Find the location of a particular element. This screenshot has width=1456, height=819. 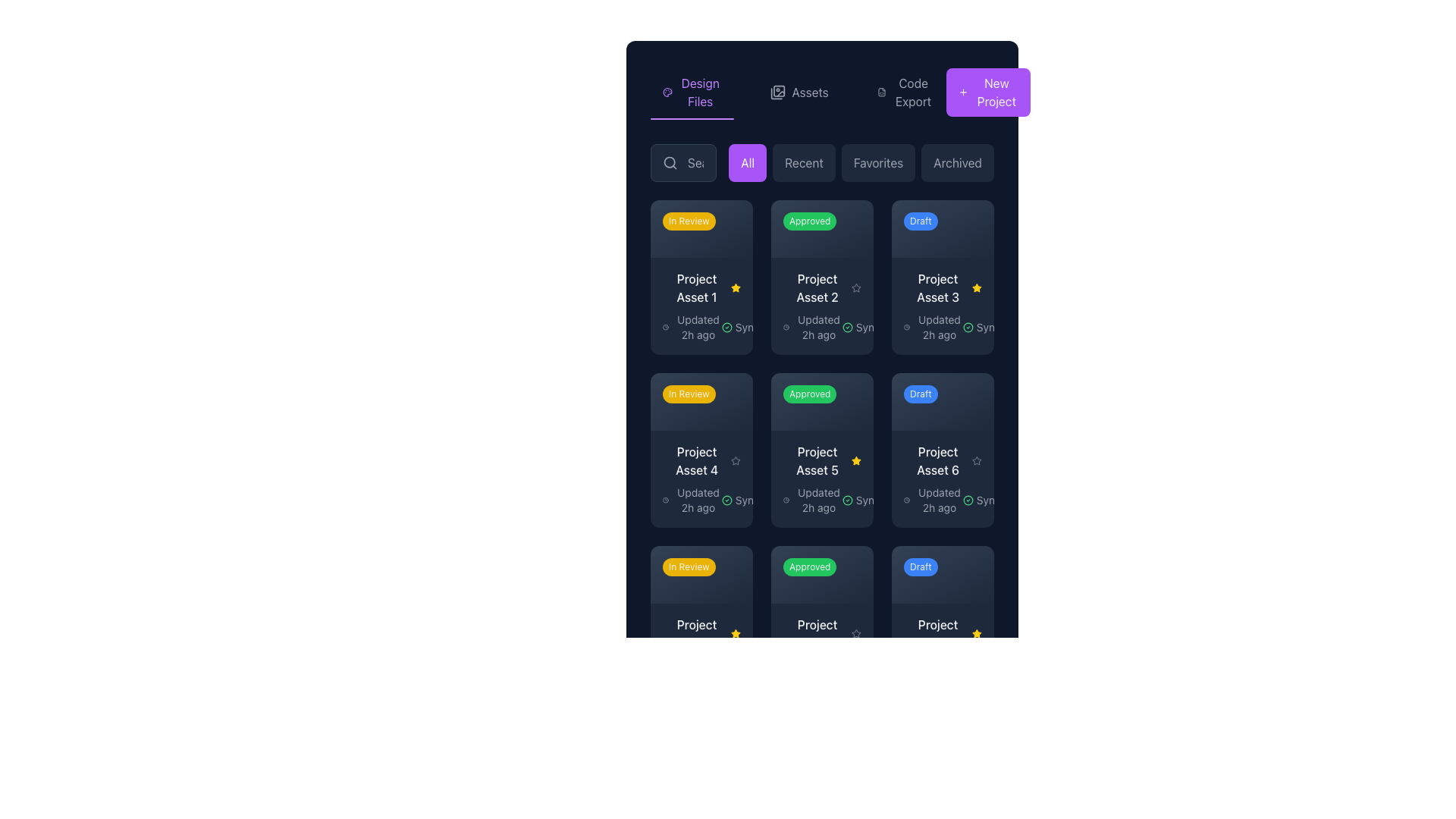

the green Circle SVG element that indicates an 'approved' state in the second column of the second row of project cards is located at coordinates (726, 500).